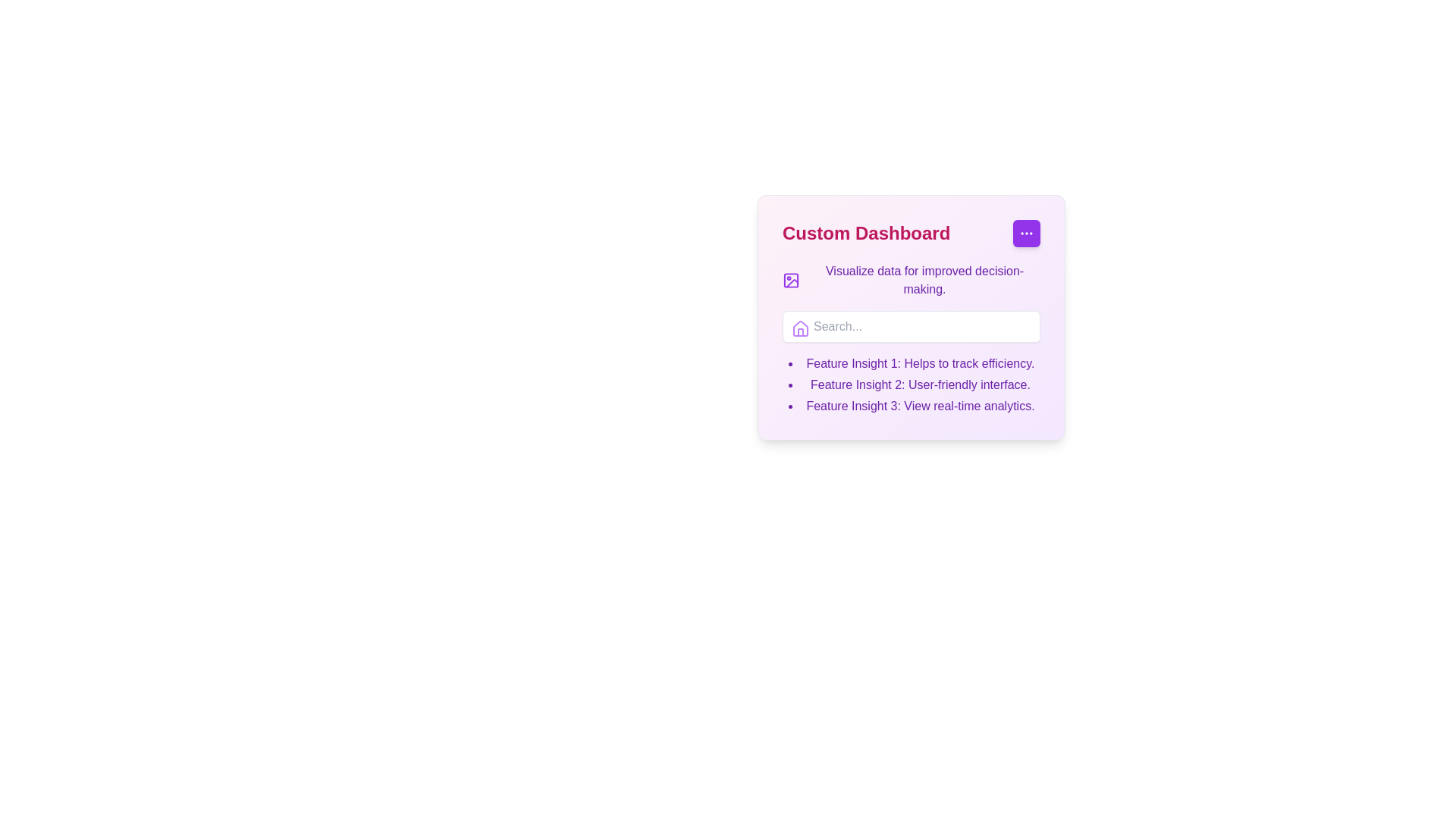 This screenshot has height=819, width=1456. Describe the element at coordinates (910, 281) in the screenshot. I see `the text label that reads 'Visualize data for improved decision-making.' which is displayed in a purple font and is positioned below the section title 'Custom Dashboard'` at that location.